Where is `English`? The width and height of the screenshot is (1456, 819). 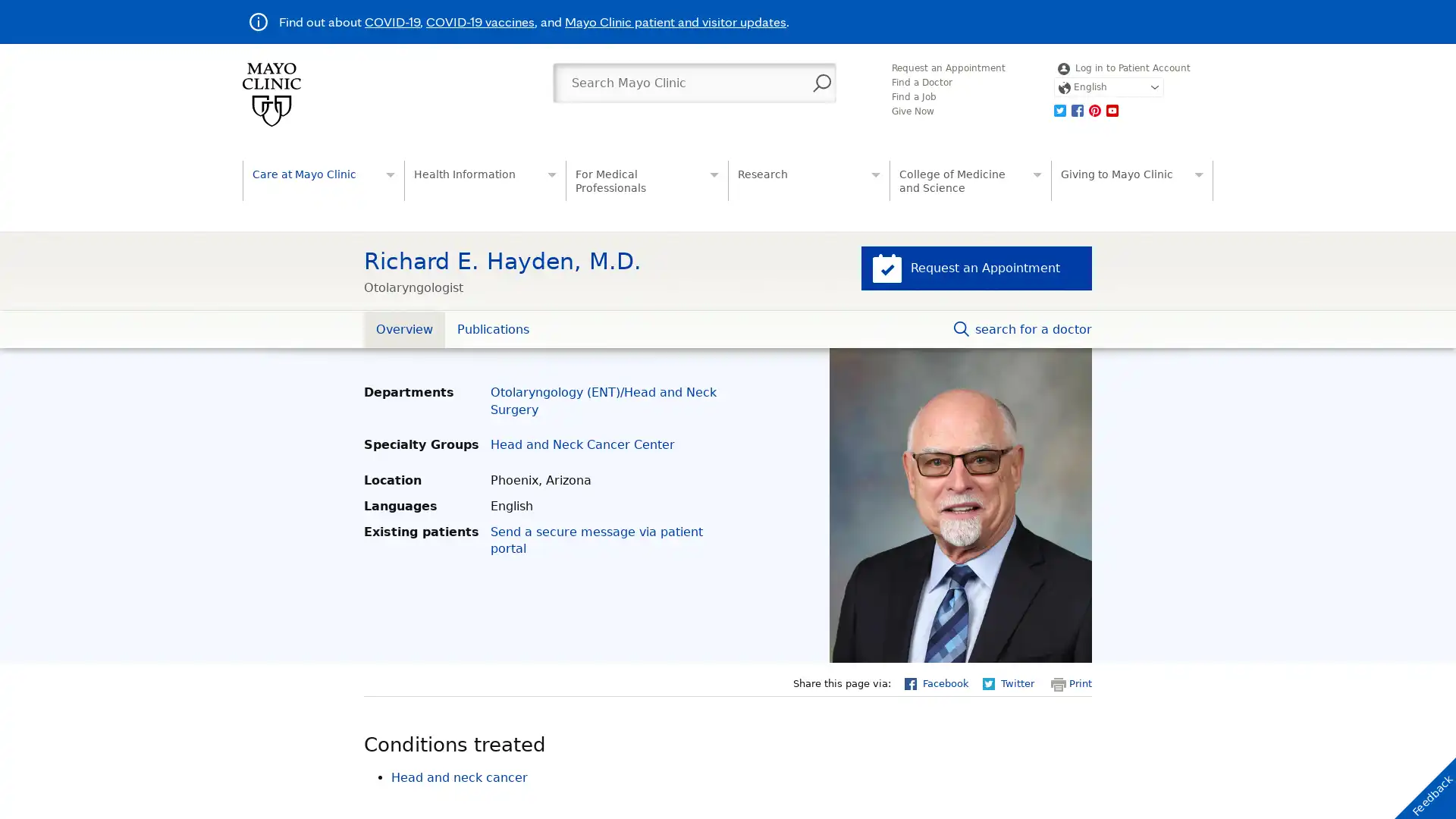
English is located at coordinates (1108, 87).